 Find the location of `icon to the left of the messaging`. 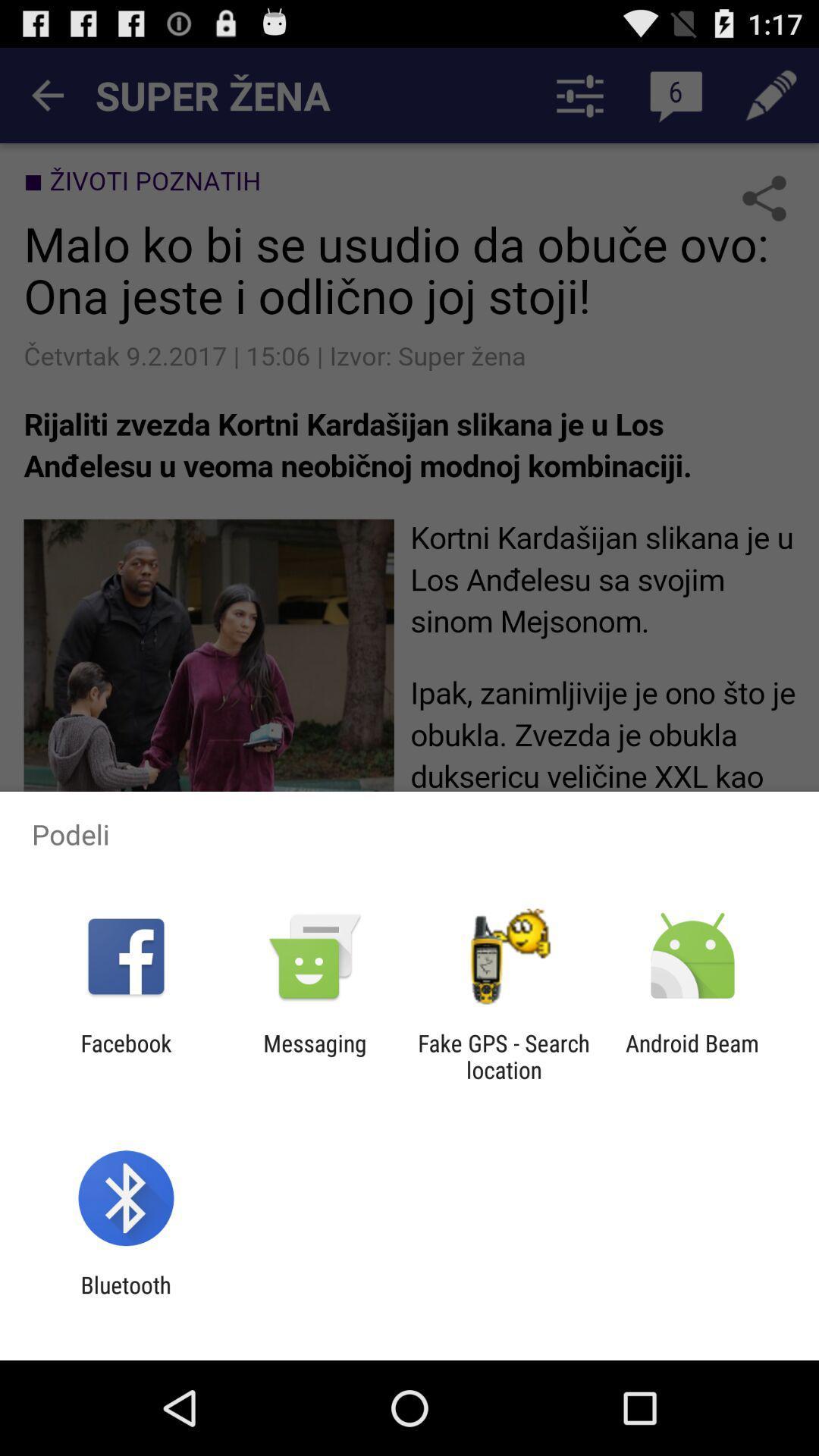

icon to the left of the messaging is located at coordinates (125, 1056).